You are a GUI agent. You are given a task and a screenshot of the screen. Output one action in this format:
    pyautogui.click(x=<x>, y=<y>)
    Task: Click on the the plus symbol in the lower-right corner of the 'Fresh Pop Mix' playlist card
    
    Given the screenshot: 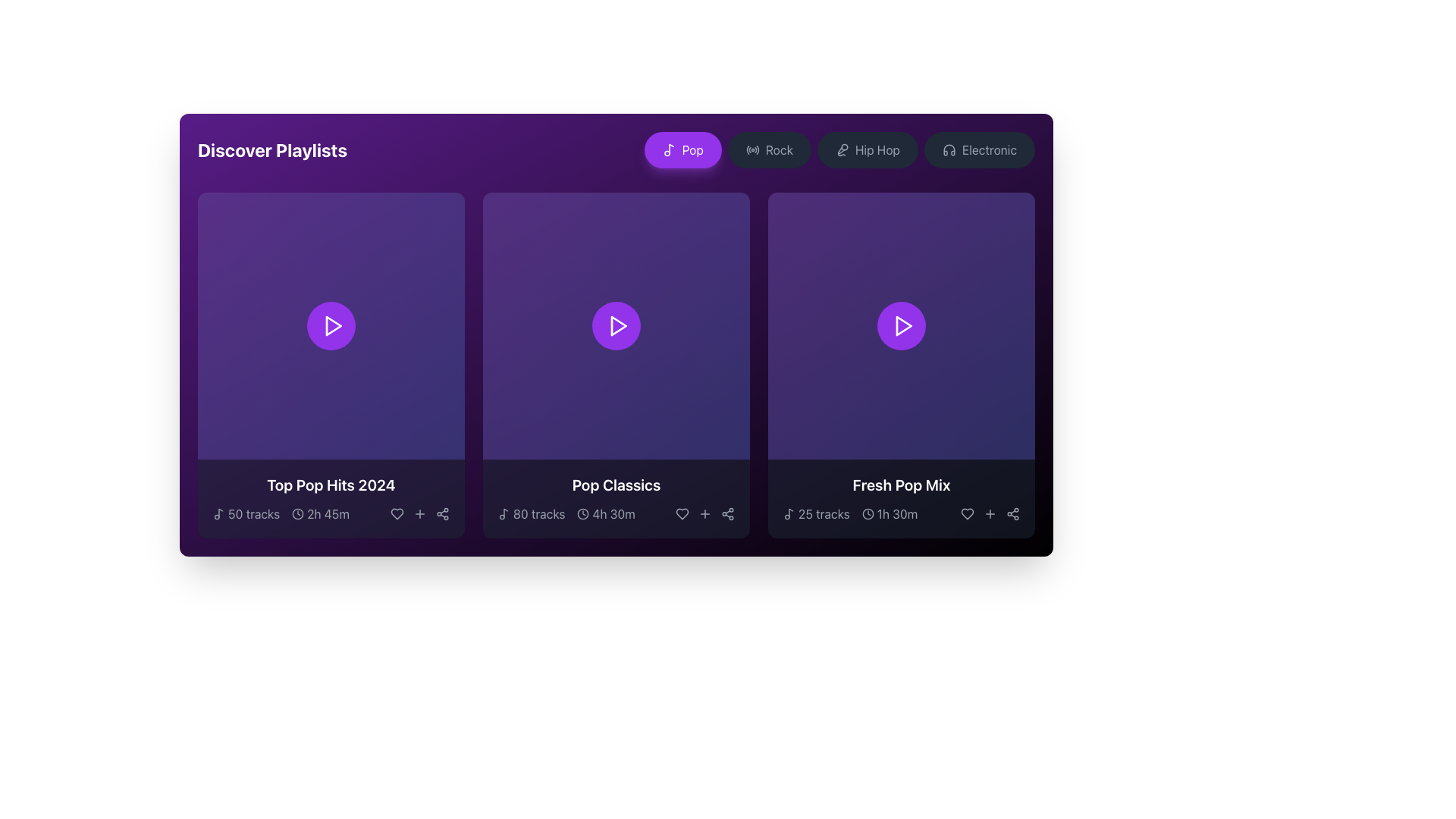 What is the action you would take?
    pyautogui.click(x=990, y=513)
    